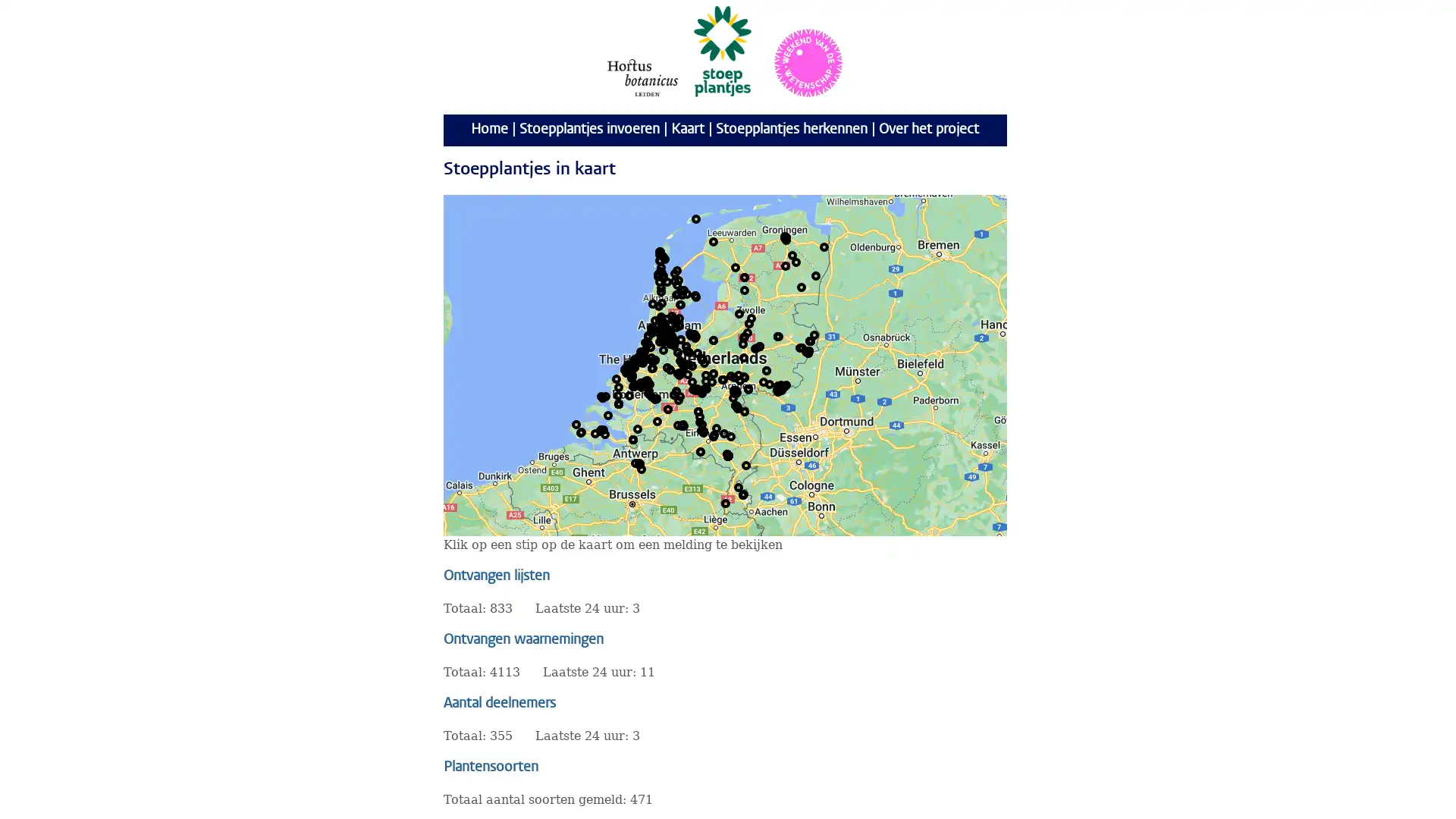  I want to click on Telling van Seb Guanzon op 28 oktober 2021, so click(639, 463).